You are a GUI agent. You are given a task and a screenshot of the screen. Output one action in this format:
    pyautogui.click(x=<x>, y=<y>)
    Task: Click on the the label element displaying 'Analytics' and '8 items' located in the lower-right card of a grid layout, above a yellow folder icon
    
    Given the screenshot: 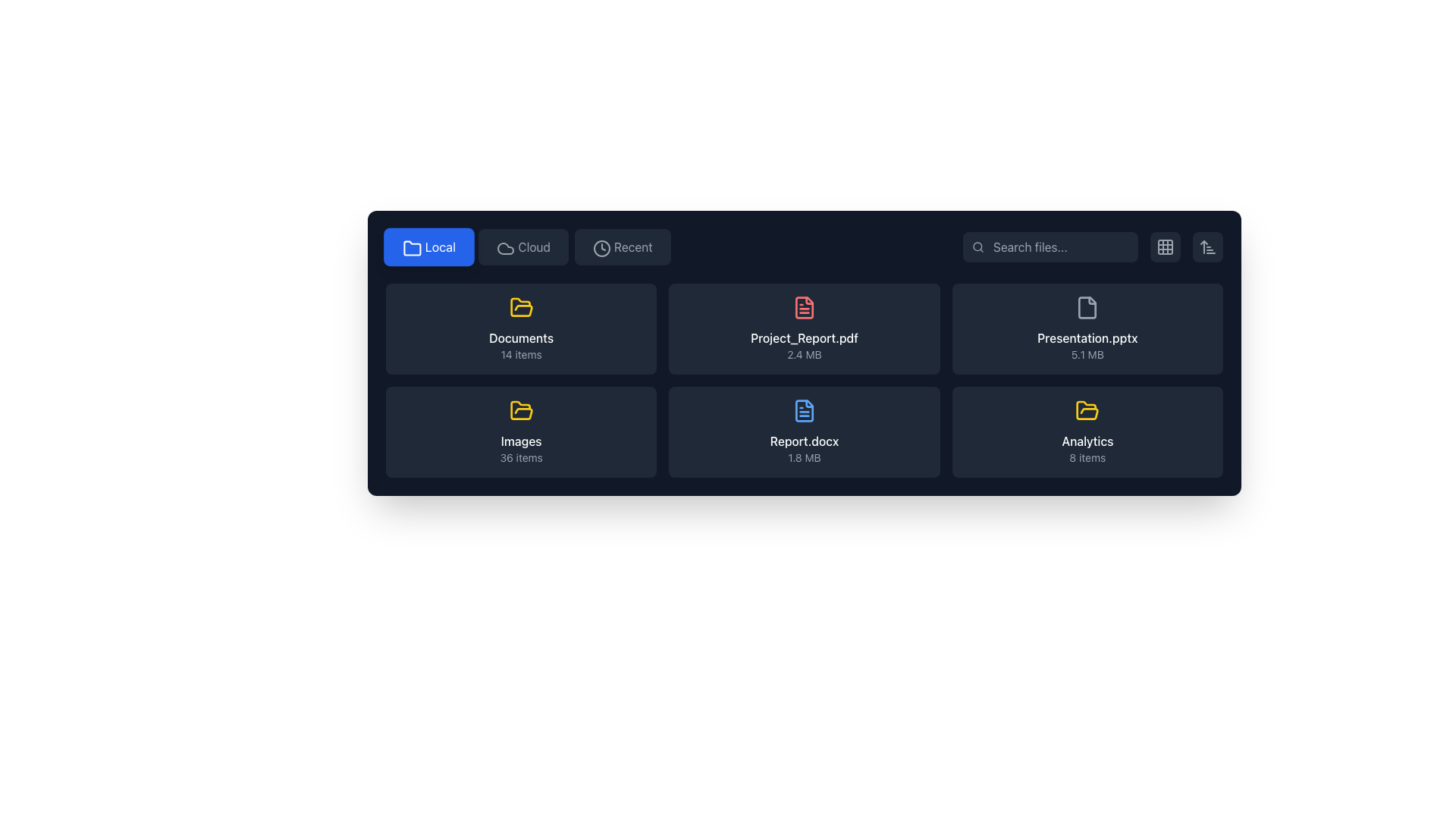 What is the action you would take?
    pyautogui.click(x=1087, y=447)
    